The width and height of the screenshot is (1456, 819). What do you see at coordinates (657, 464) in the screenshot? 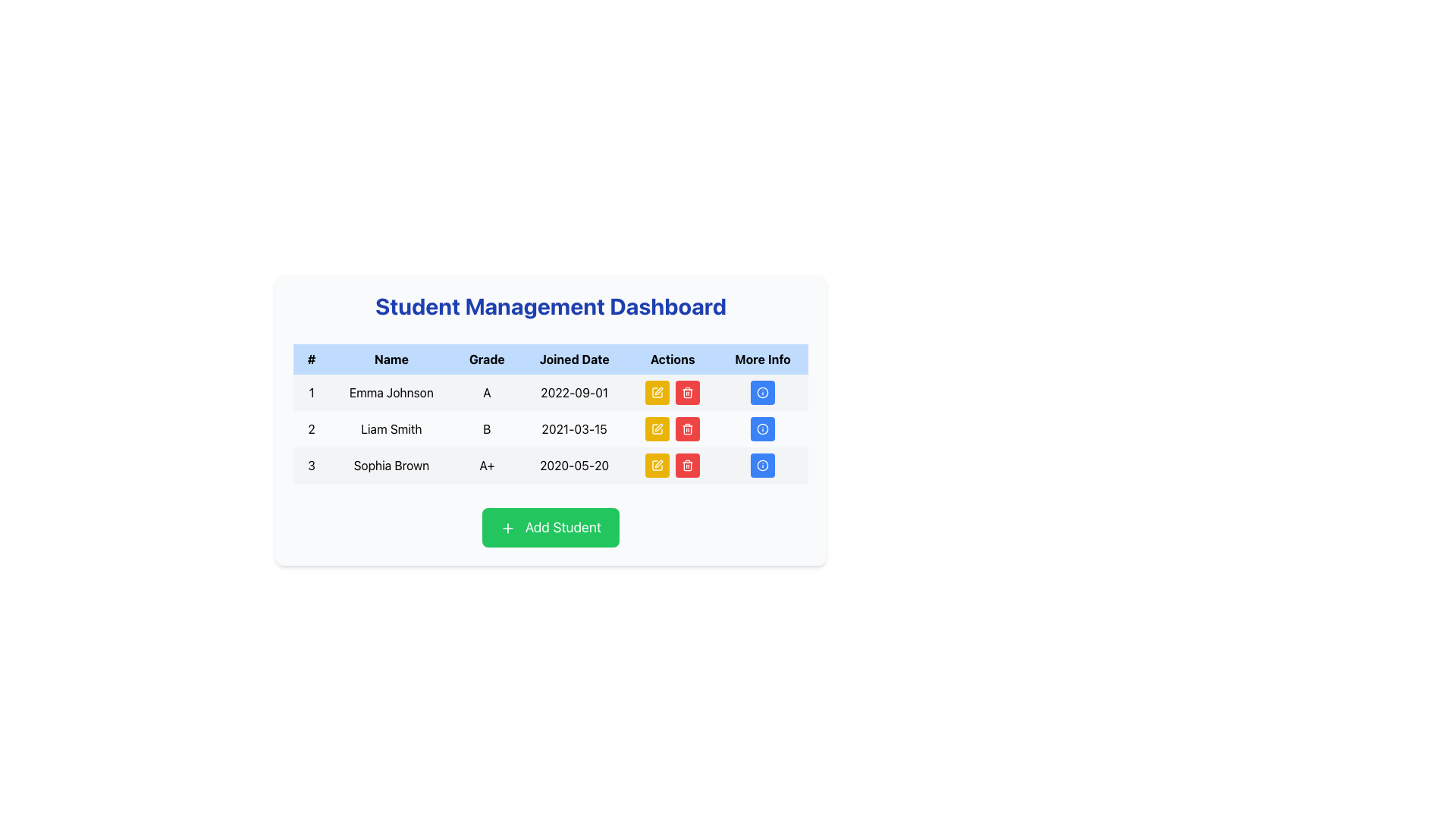
I see `the 'Edit' button located in the 'Actions' column of the second row of the table to modify the details of the corresponding row` at bounding box center [657, 464].